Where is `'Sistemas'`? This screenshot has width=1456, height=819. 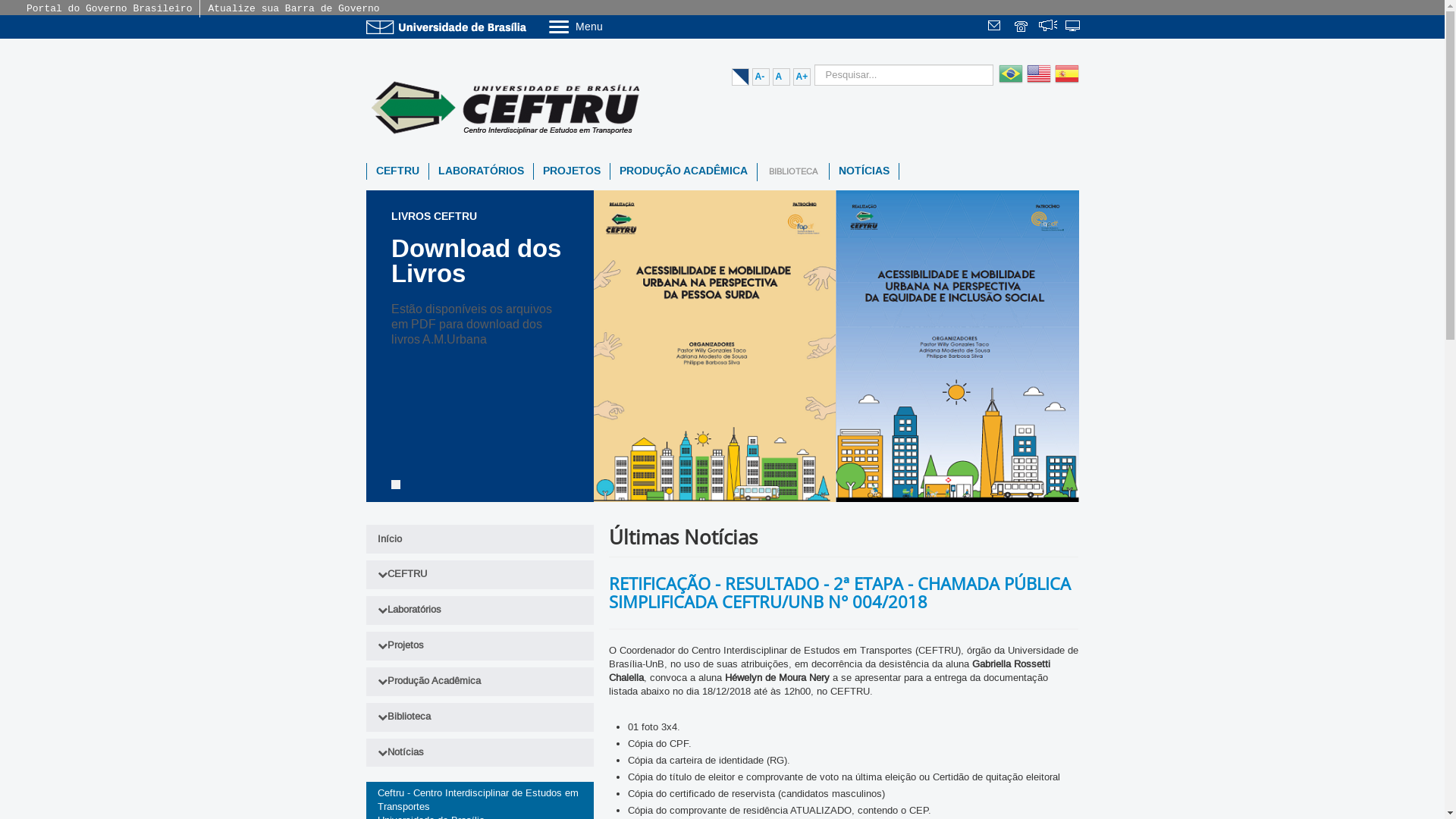 'Sistemas' is located at coordinates (1073, 27).